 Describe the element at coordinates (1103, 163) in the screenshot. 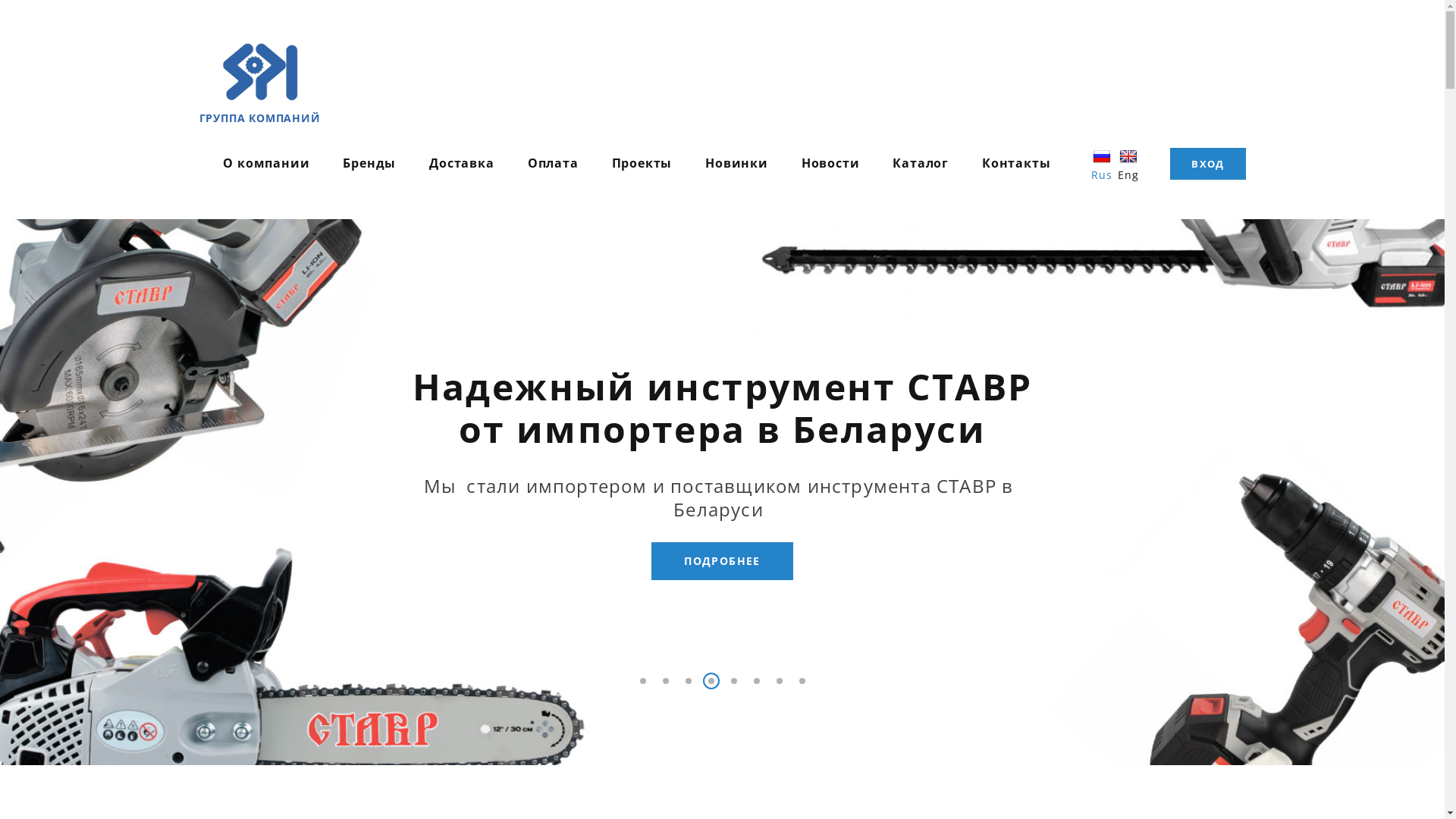

I see `'Rus'` at that location.